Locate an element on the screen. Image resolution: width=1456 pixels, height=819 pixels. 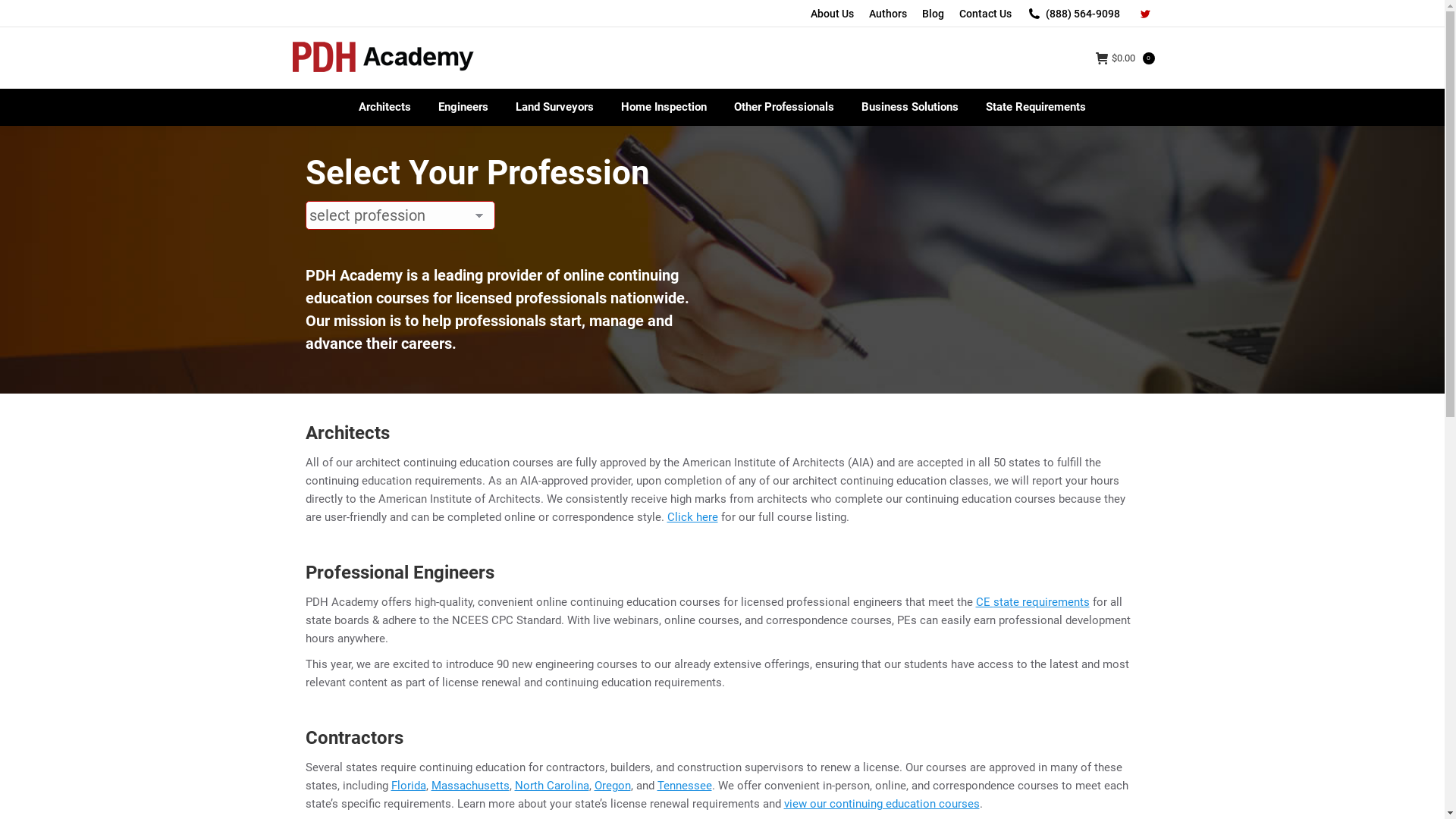
'Land Surveyors' is located at coordinates (502, 106).